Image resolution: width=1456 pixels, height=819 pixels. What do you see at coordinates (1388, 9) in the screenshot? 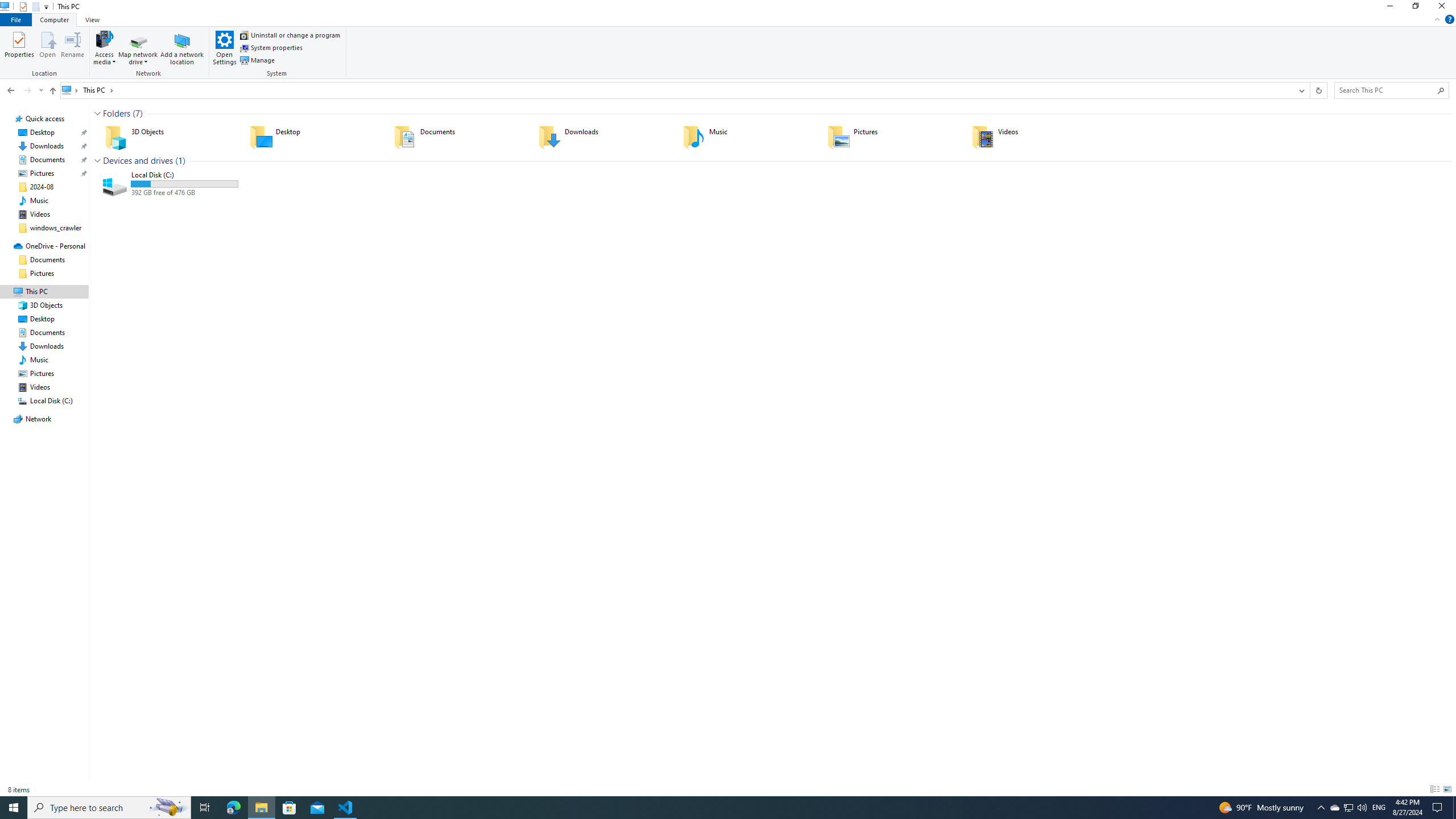
I see `'Minimize'` at bounding box center [1388, 9].